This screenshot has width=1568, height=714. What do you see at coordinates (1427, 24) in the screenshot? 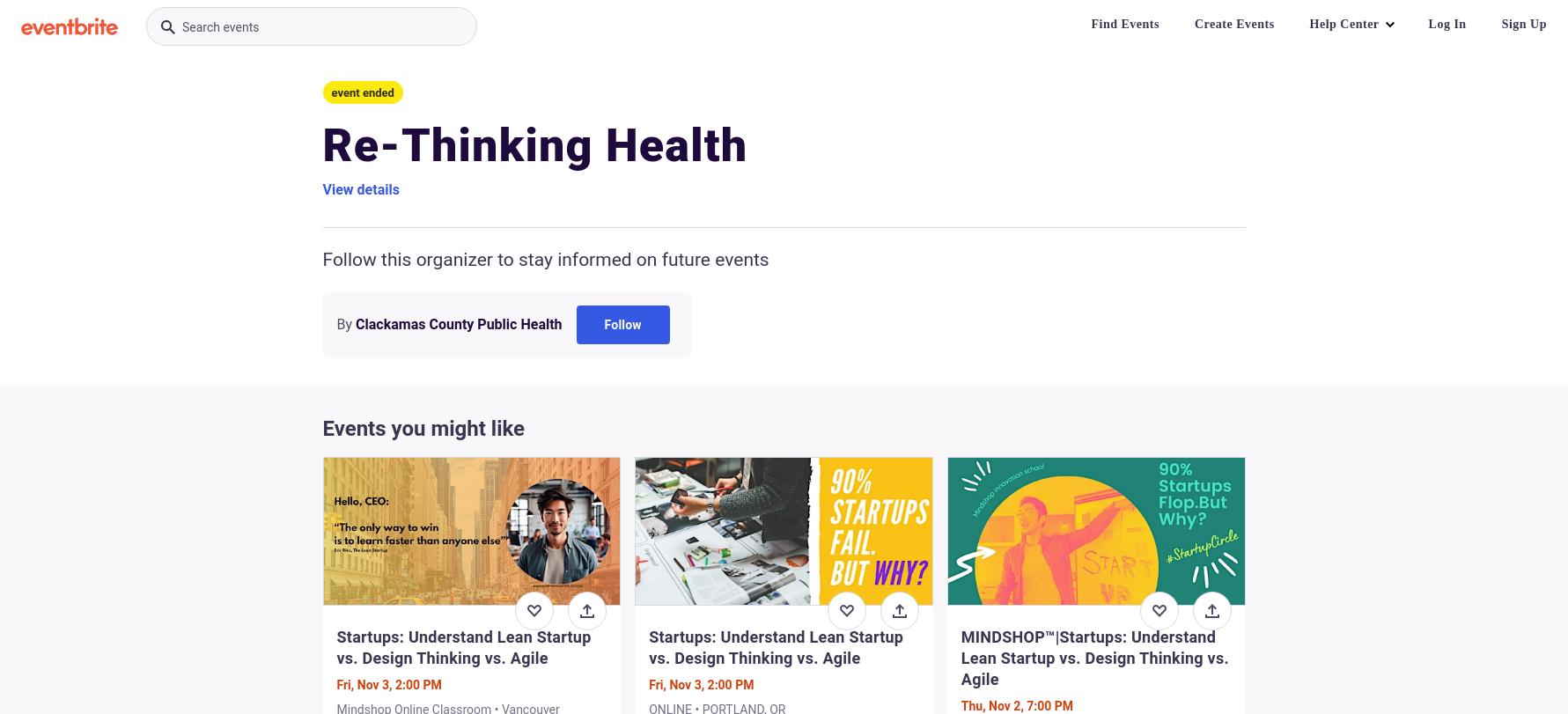
I see `'Log In'` at bounding box center [1427, 24].